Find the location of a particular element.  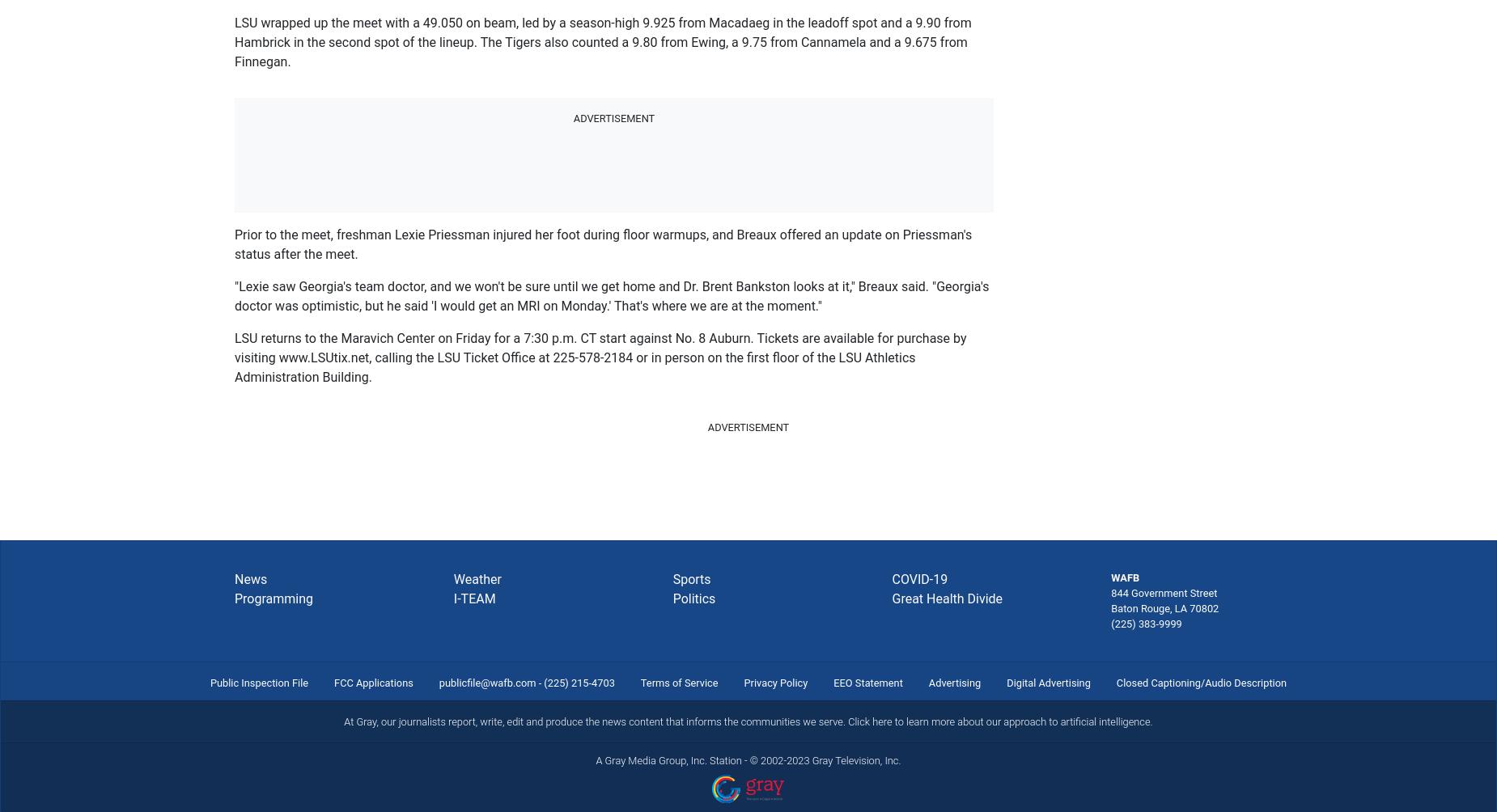

'Baton Rouge, LA 70802' is located at coordinates (1164, 607).